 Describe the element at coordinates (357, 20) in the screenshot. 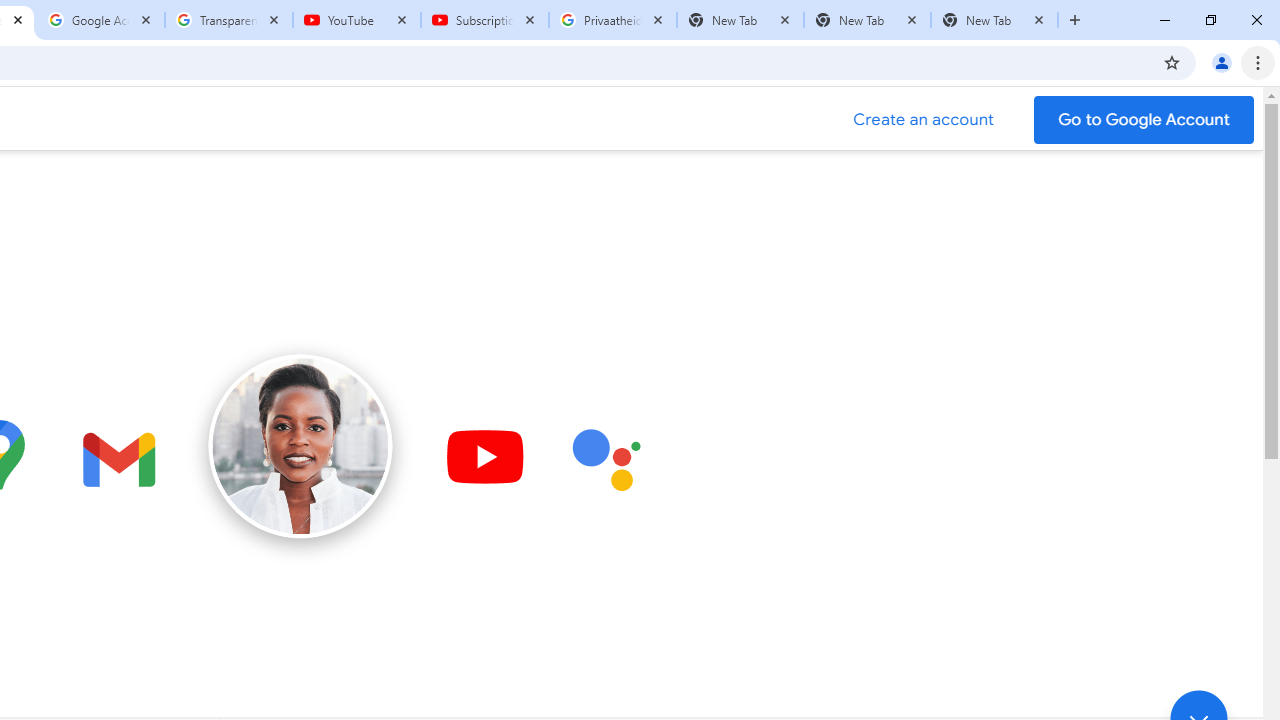

I see `'YouTube'` at that location.